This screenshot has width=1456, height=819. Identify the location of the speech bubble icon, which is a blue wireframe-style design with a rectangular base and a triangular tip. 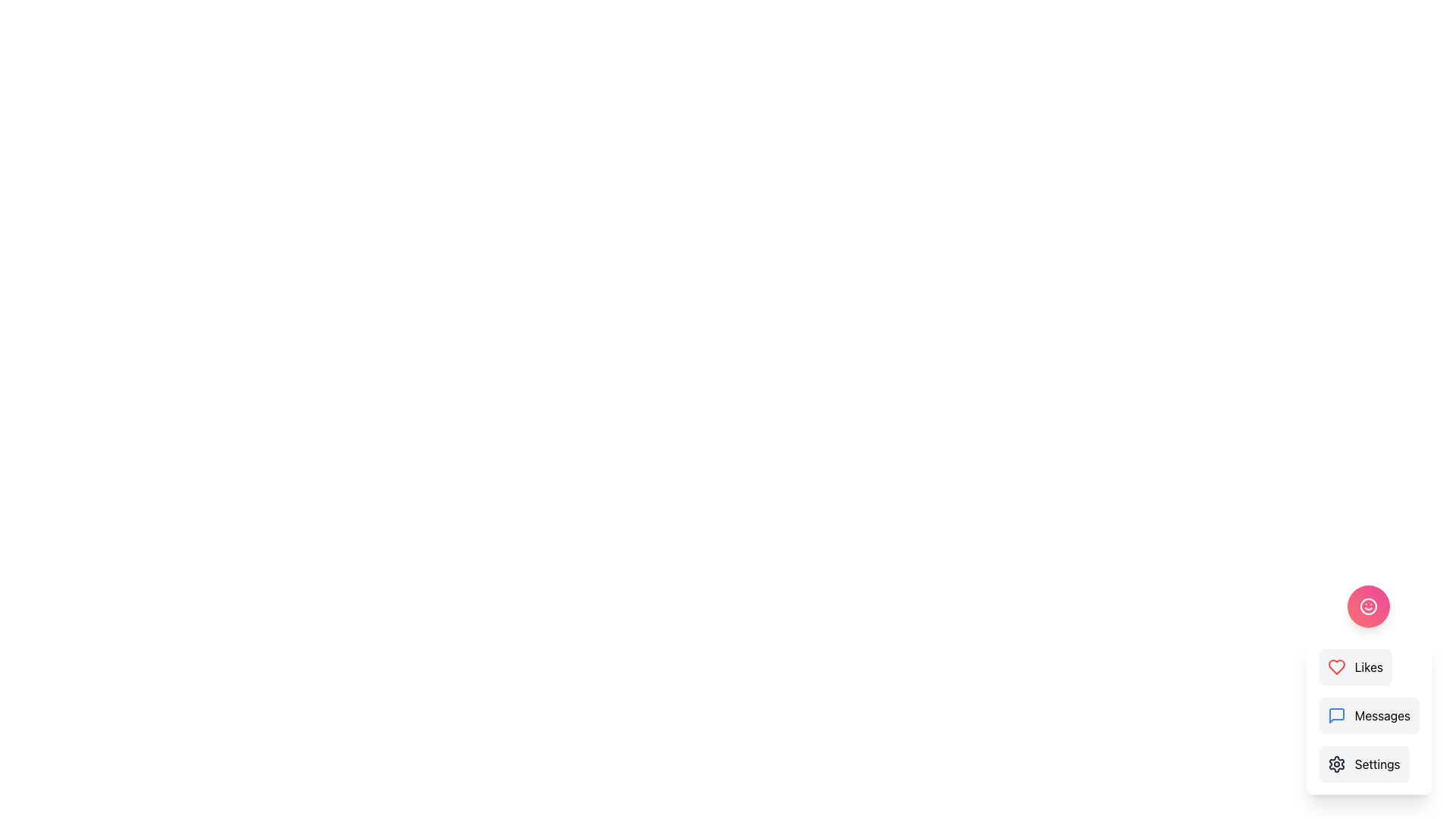
(1336, 716).